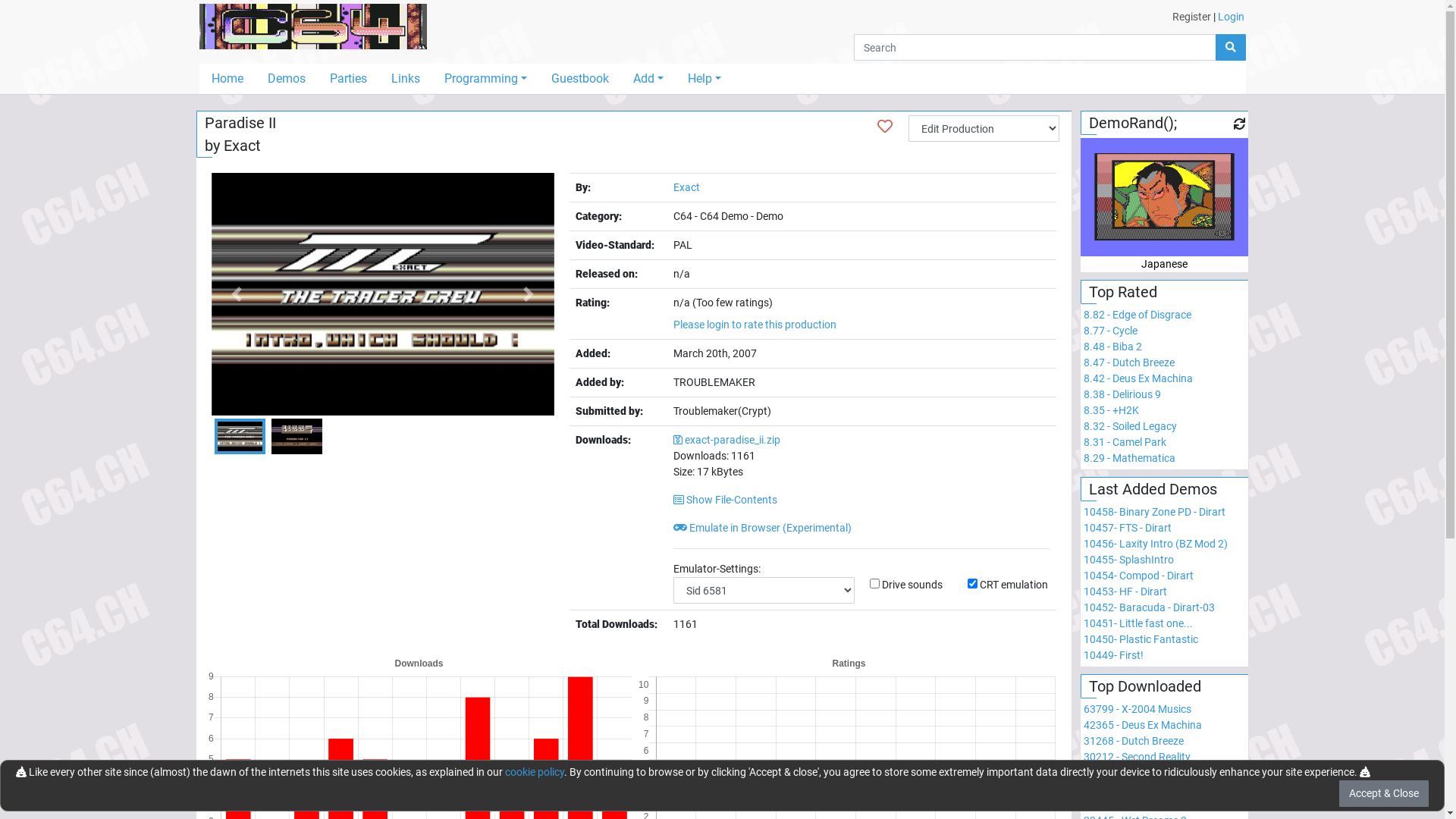 The height and width of the screenshot is (819, 1456). I want to click on 'exact-paradise_ii.zip', so click(726, 439).